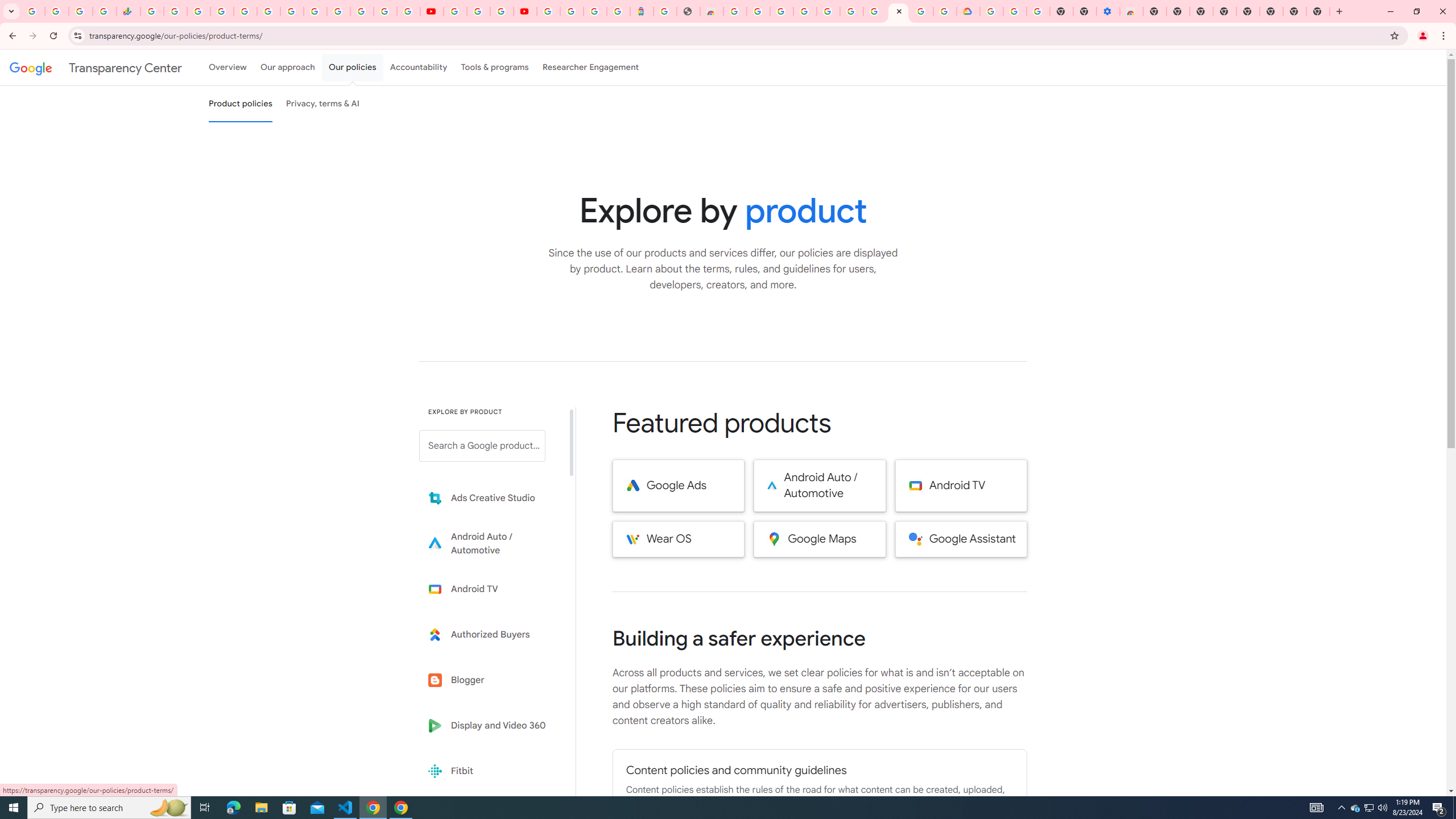 This screenshot has height=819, width=1456. I want to click on 'Search a Google product from below list.', so click(482, 446).